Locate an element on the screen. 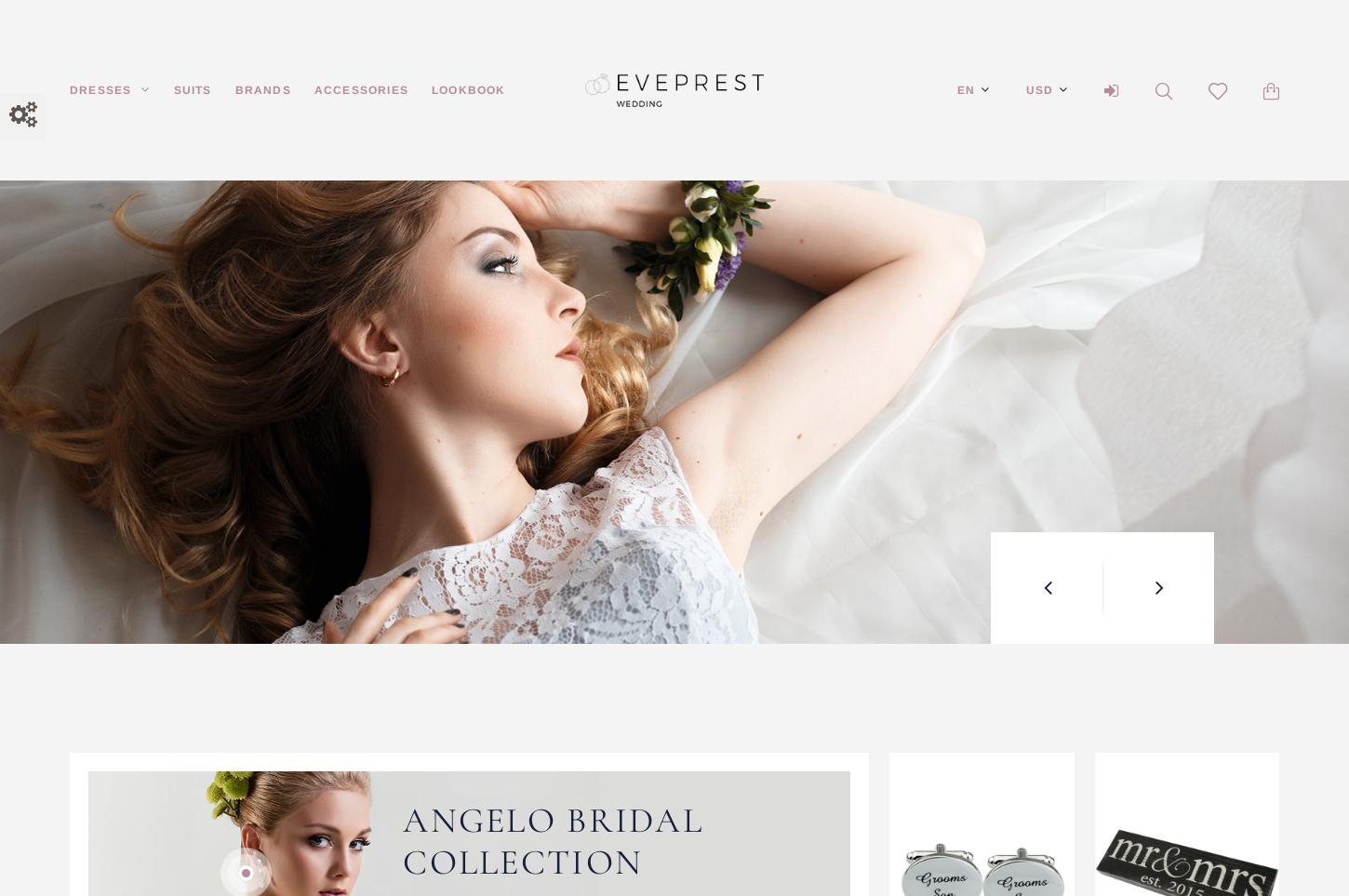 The image size is (1349, 896). 'Brands' is located at coordinates (262, 88).